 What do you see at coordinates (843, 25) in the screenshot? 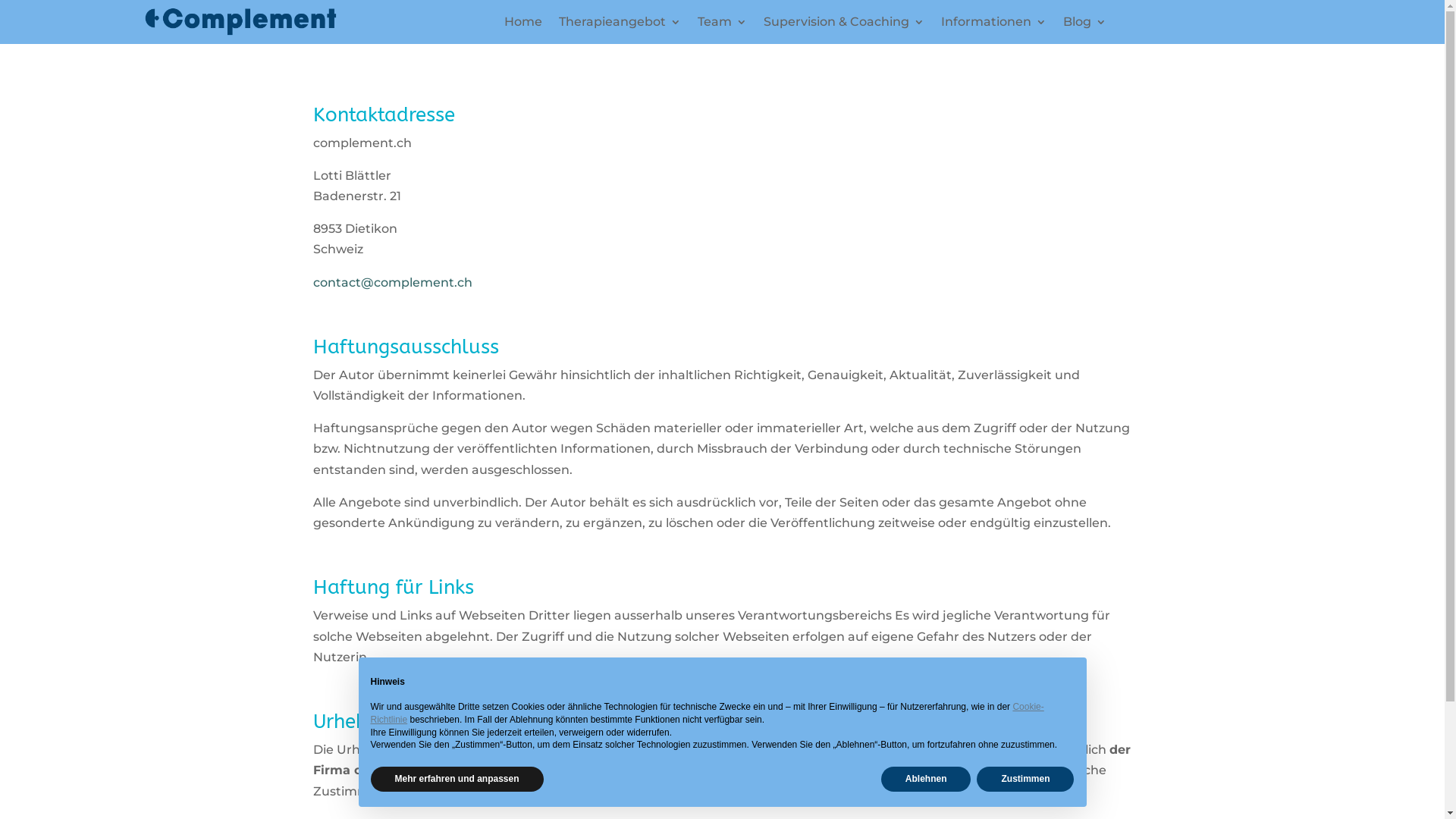
I see `'Supervision & Coaching'` at bounding box center [843, 25].